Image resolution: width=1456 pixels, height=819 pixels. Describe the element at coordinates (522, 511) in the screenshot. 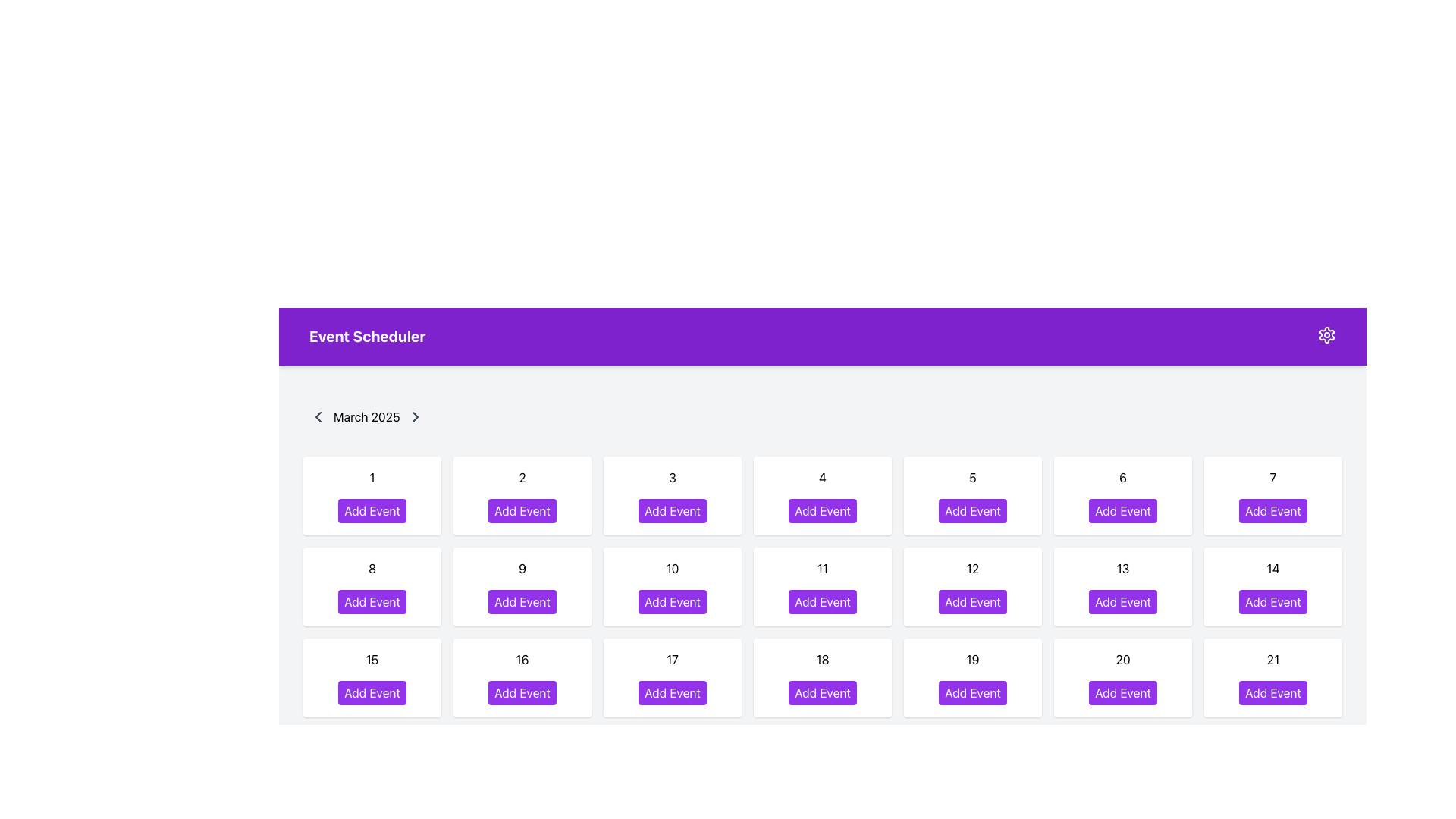

I see `the button located in the second column of the first row of the calendar interface to trigger a visual change` at that location.